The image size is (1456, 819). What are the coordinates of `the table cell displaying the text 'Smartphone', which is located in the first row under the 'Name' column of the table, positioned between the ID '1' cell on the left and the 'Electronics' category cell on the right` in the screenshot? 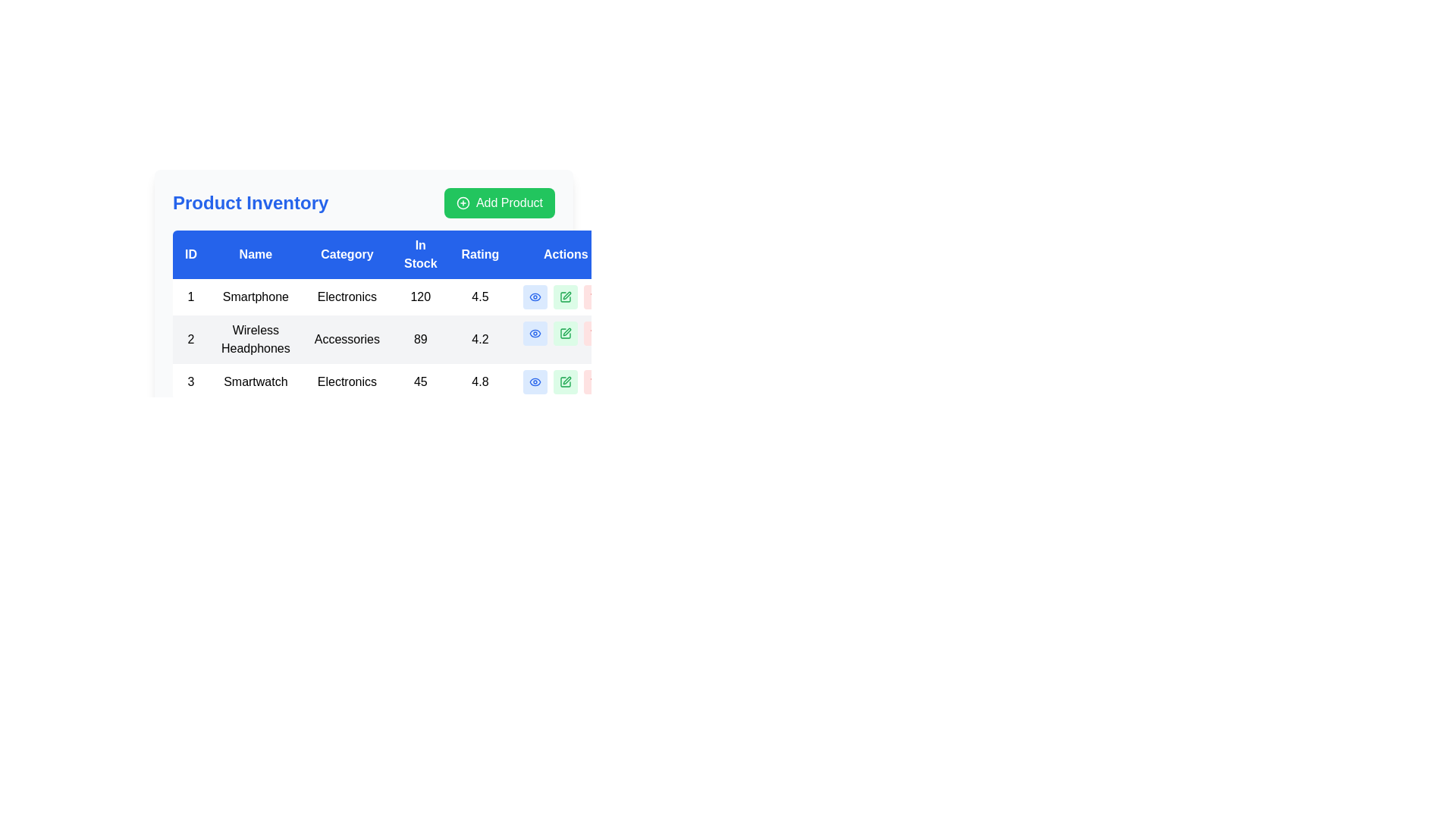 It's located at (256, 297).